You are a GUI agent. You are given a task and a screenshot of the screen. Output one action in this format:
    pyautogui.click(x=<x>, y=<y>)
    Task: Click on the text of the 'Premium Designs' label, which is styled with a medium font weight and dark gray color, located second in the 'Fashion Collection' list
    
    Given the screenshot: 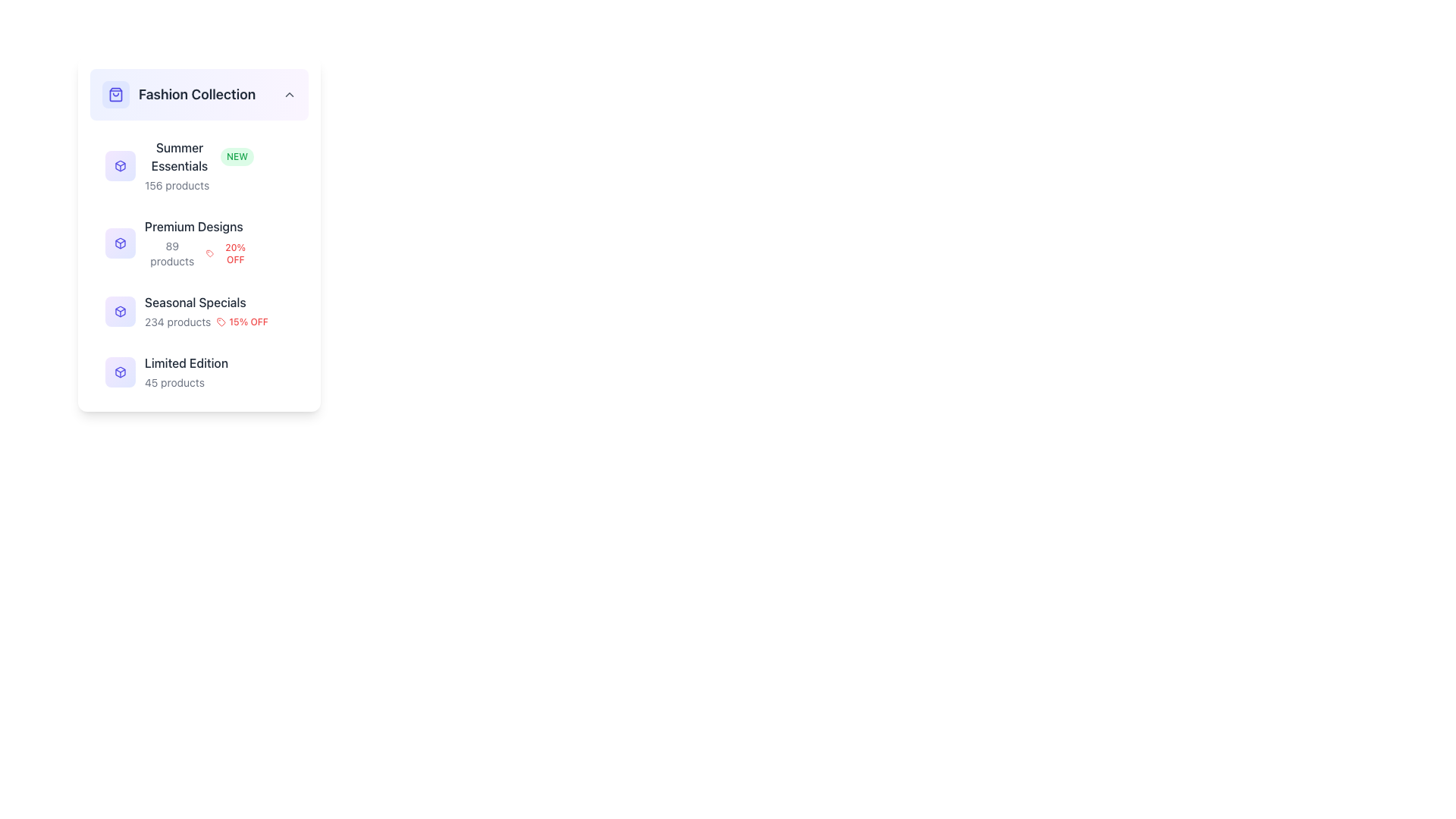 What is the action you would take?
    pyautogui.click(x=199, y=227)
    